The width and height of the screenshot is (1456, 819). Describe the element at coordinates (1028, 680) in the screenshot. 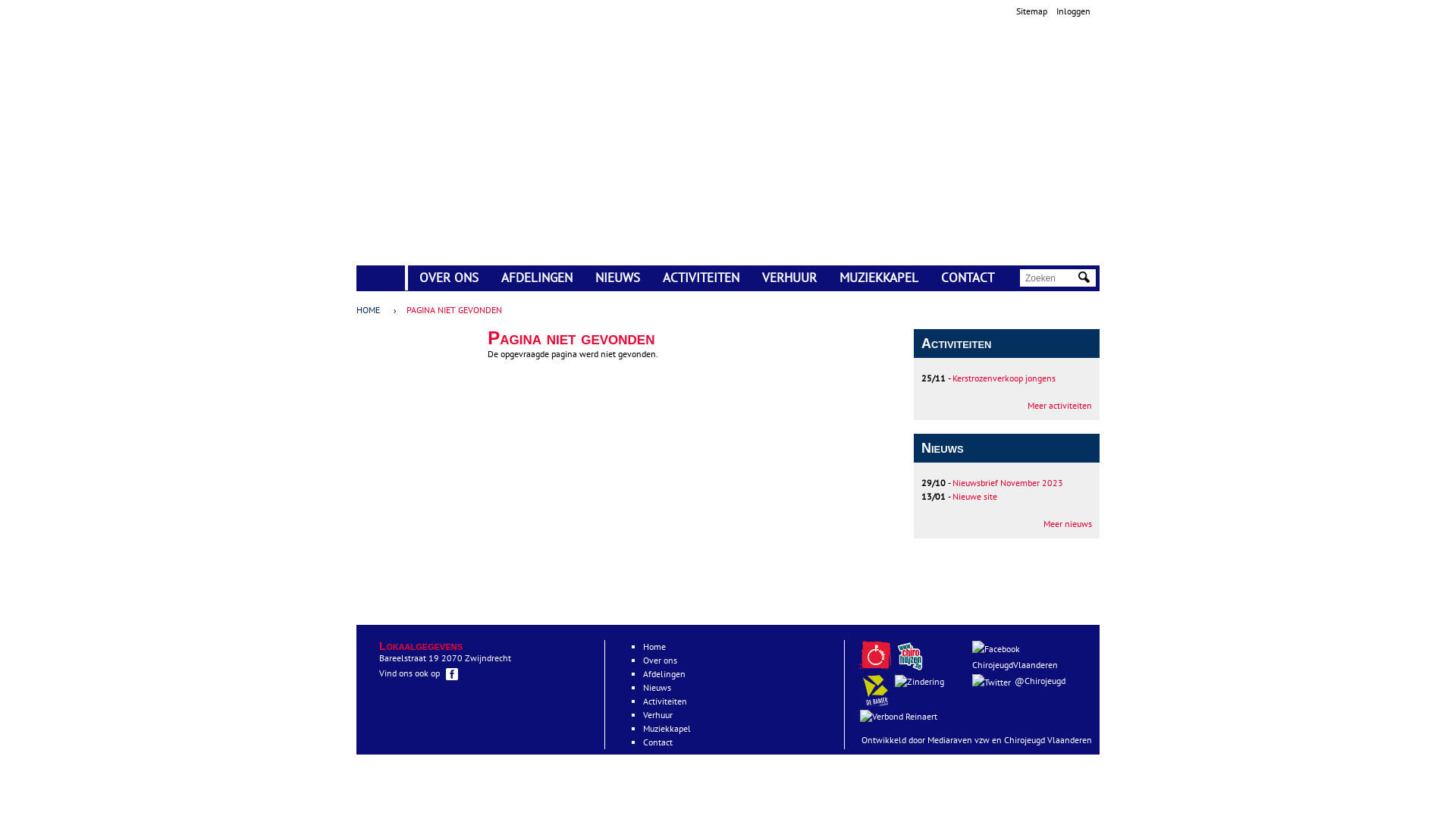

I see `'@Chirojeugd'` at that location.